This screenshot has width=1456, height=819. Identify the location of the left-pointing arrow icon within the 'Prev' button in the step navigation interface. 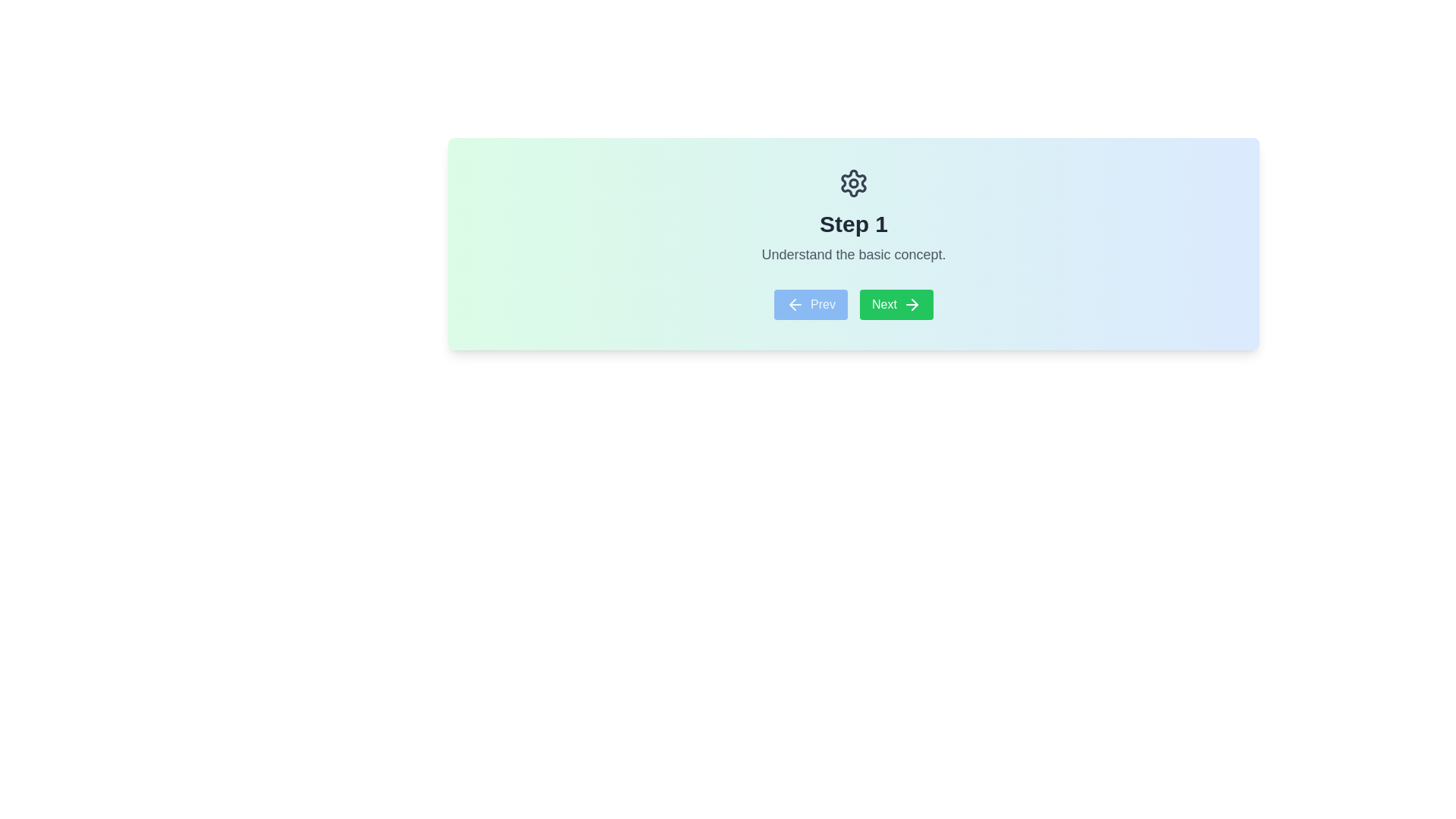
(795, 304).